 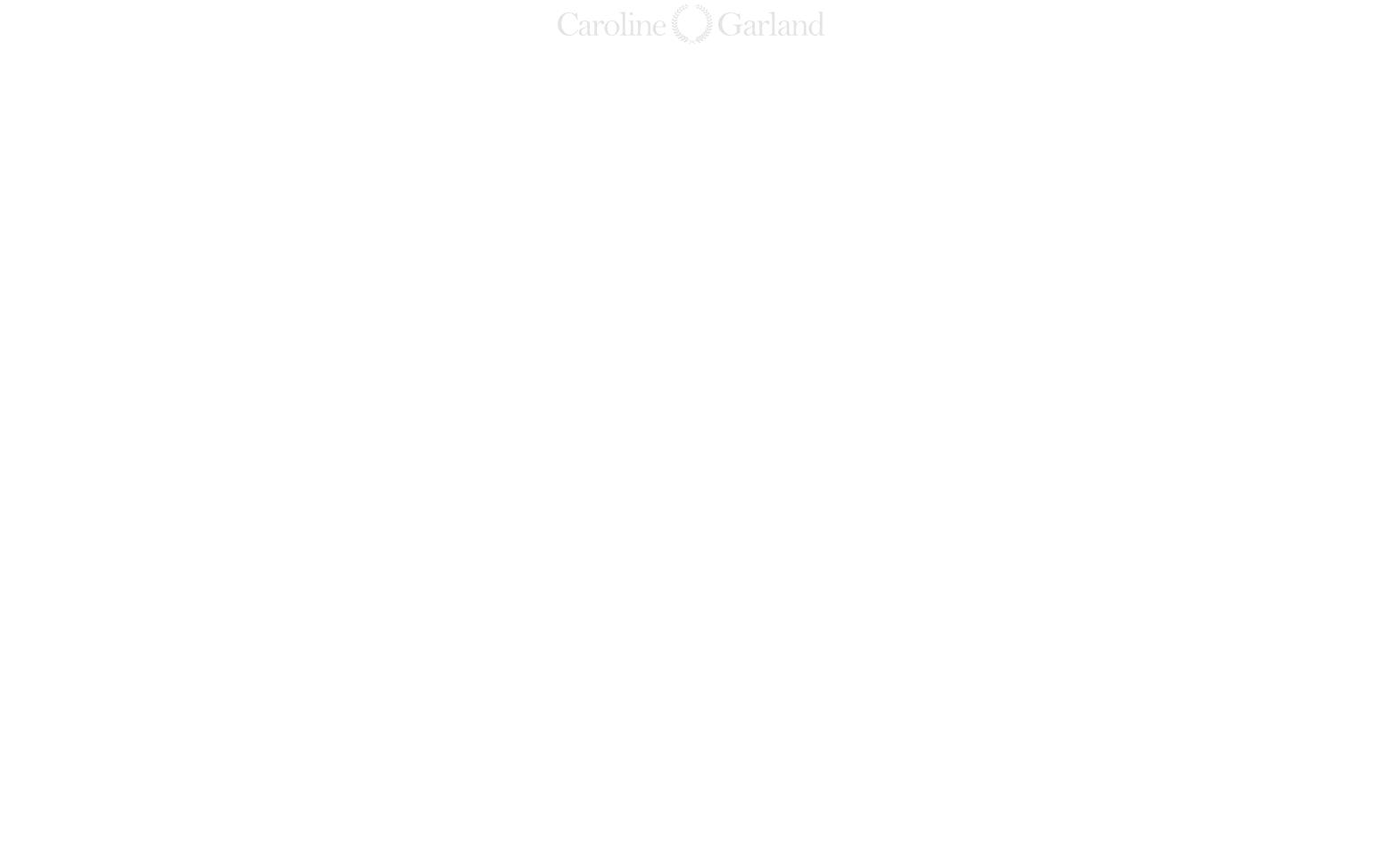 What do you see at coordinates (1081, 327) in the screenshot?
I see `'bulksteroid'` at bounding box center [1081, 327].